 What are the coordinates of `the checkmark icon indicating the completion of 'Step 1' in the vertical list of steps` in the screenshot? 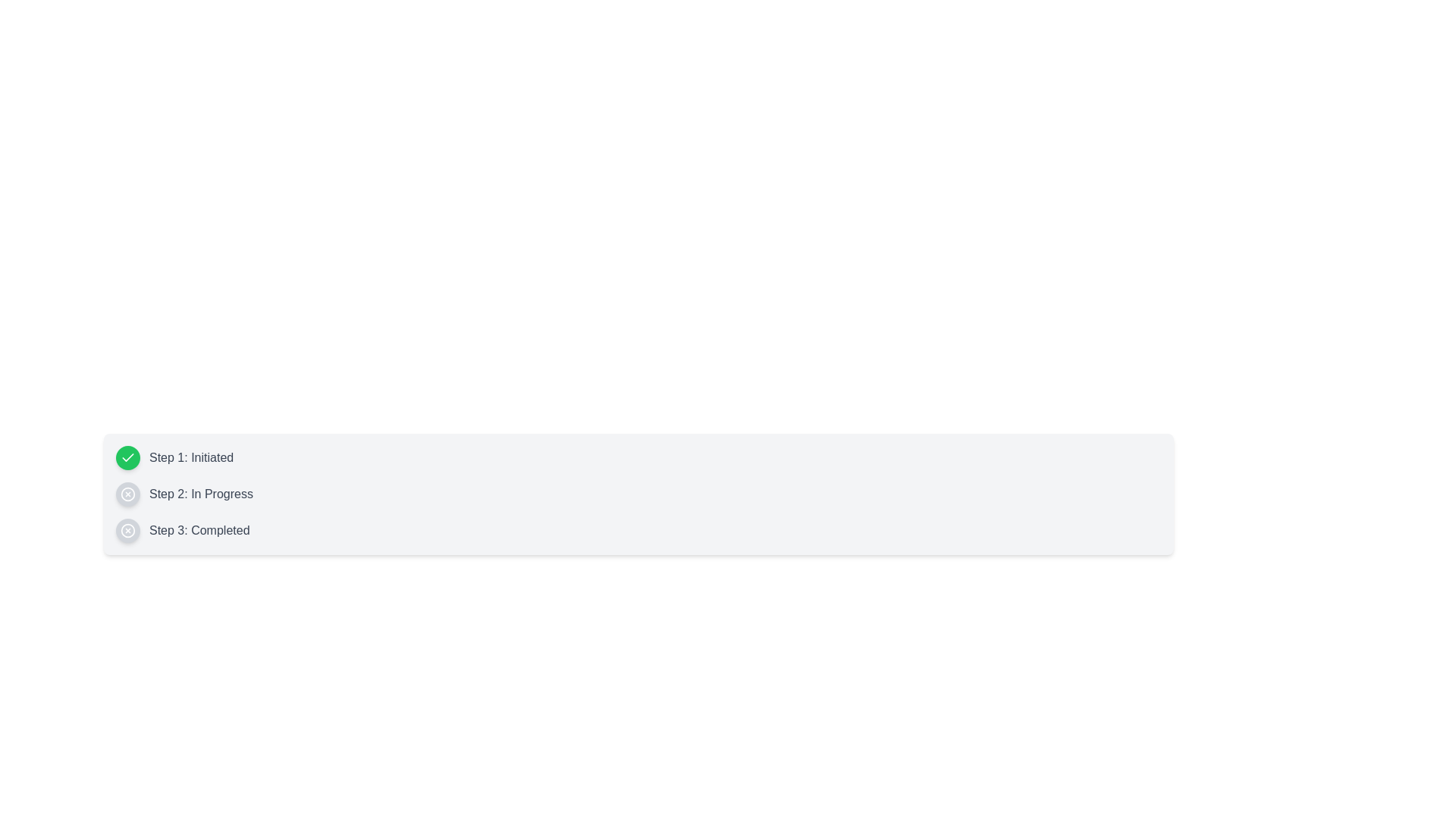 It's located at (127, 456).